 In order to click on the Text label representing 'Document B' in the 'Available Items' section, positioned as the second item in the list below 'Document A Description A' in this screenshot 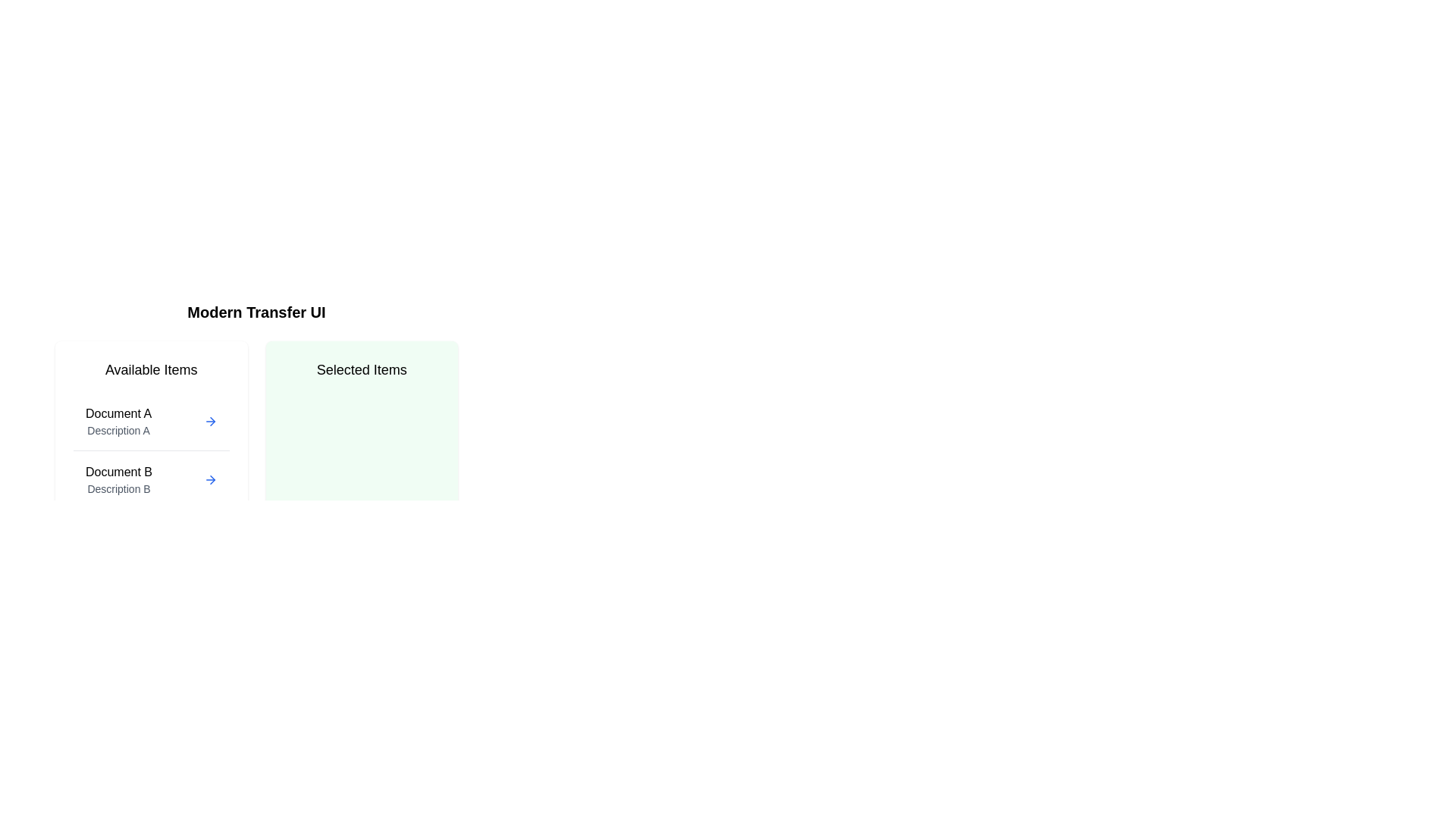, I will do `click(118, 479)`.